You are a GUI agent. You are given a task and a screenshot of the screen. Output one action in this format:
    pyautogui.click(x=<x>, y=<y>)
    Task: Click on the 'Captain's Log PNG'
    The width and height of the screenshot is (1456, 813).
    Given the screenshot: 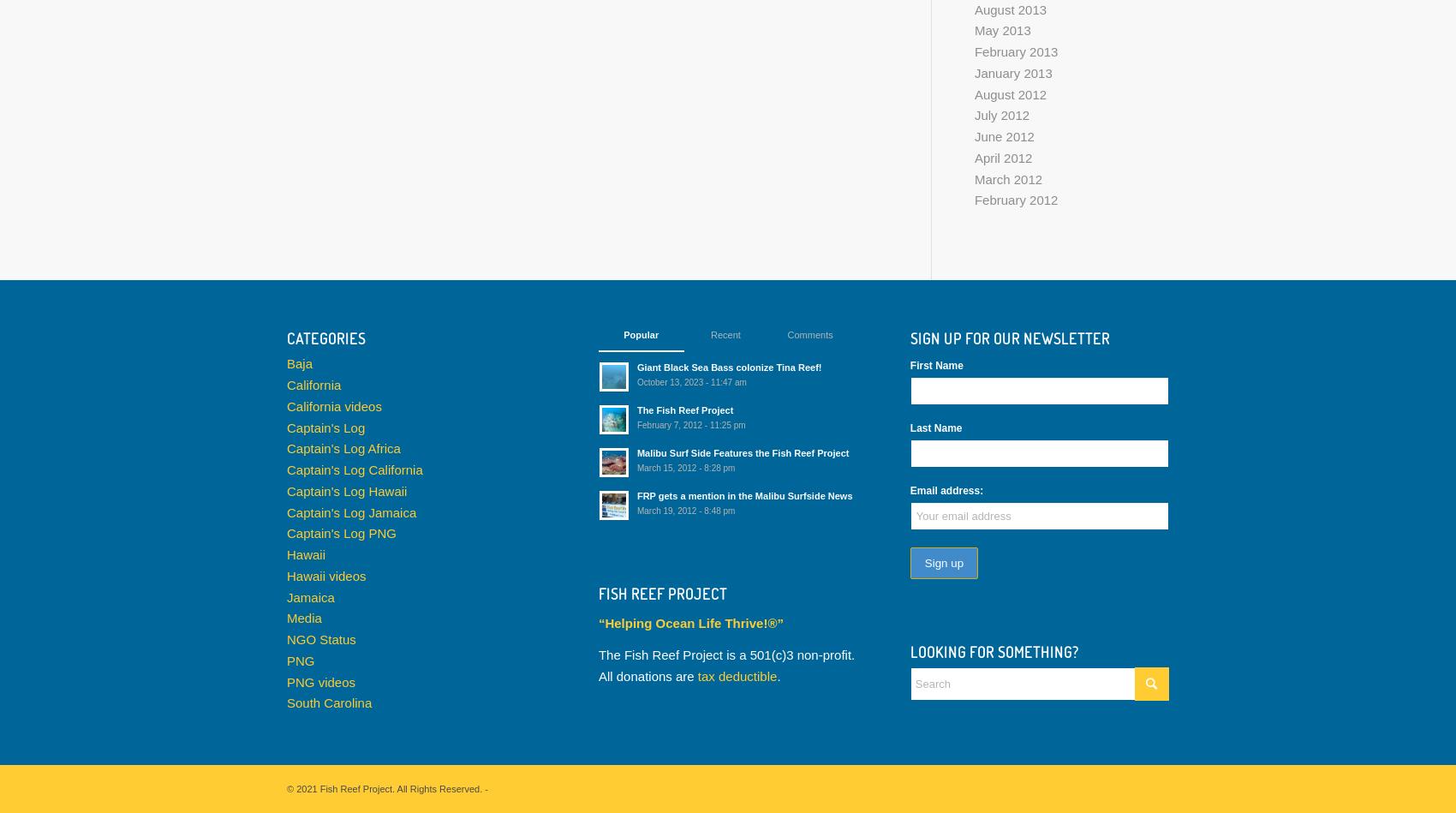 What is the action you would take?
    pyautogui.click(x=340, y=532)
    